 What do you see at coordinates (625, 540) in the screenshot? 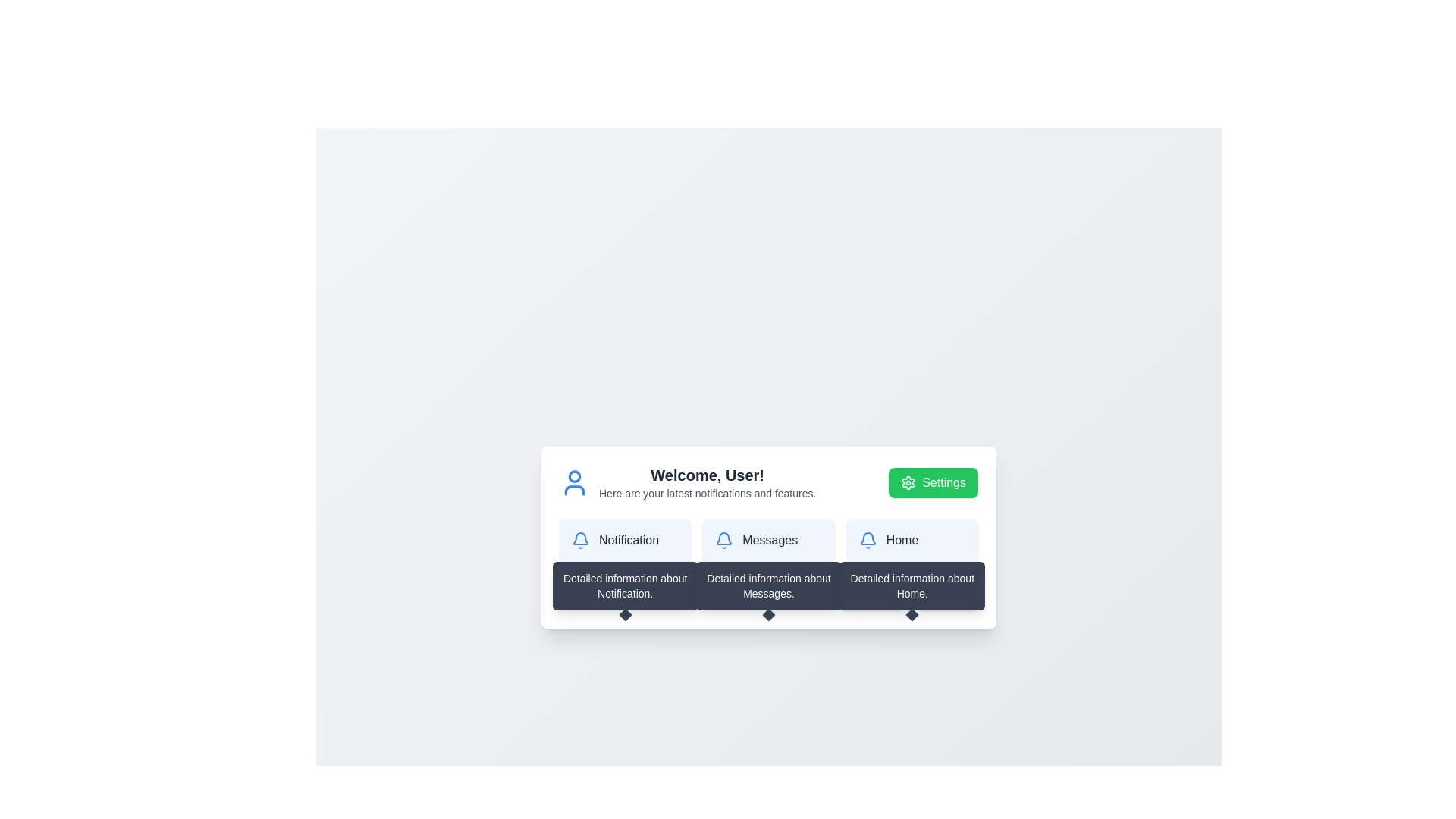
I see `the 'Notification' button card, which is a rounded rectangular white card with a slight blue tint, displaying a bell icon and the text 'Notification' in black, located in the first column of a three-column grid layout` at bounding box center [625, 540].